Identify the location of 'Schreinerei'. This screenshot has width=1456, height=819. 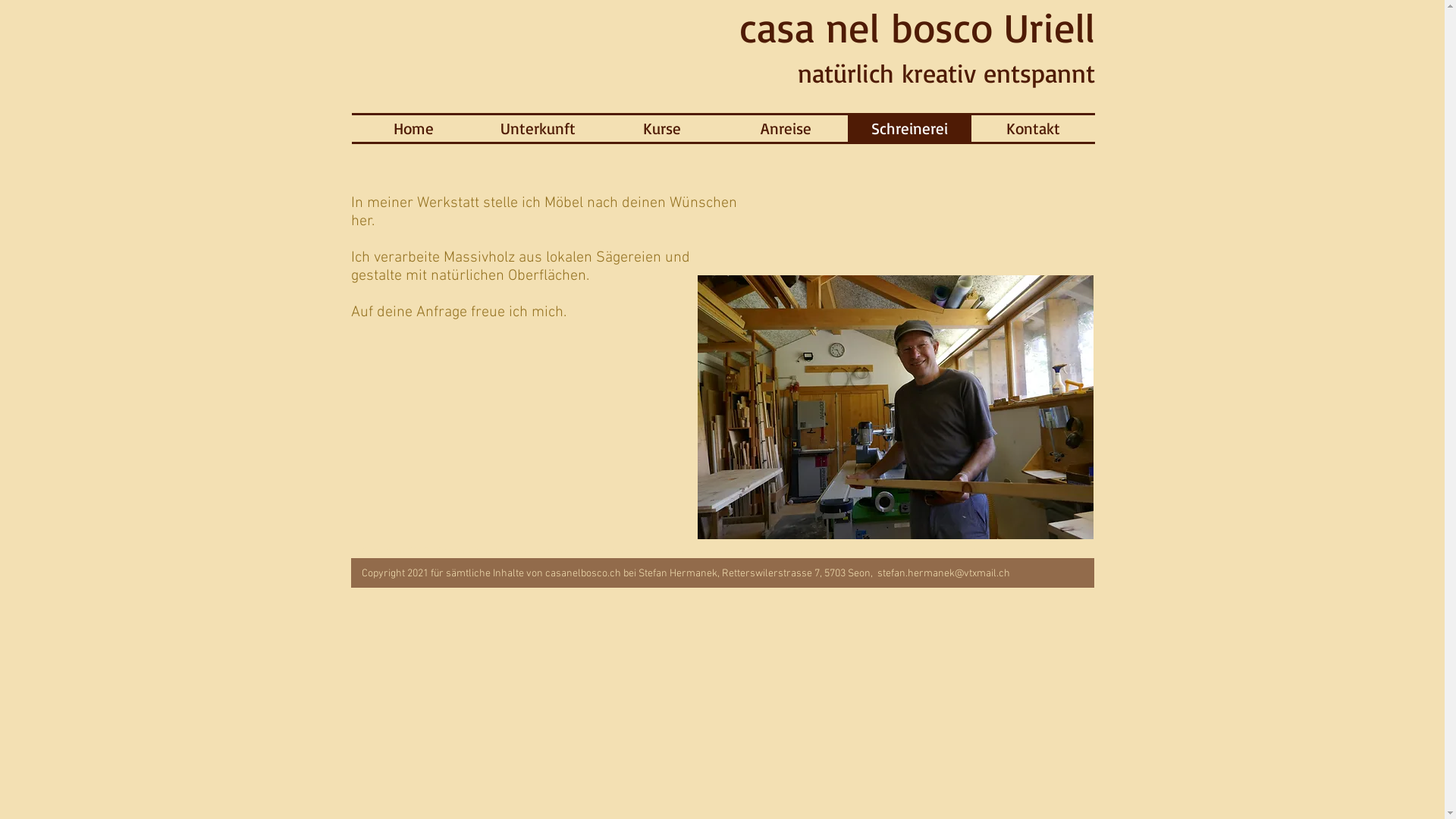
(909, 127).